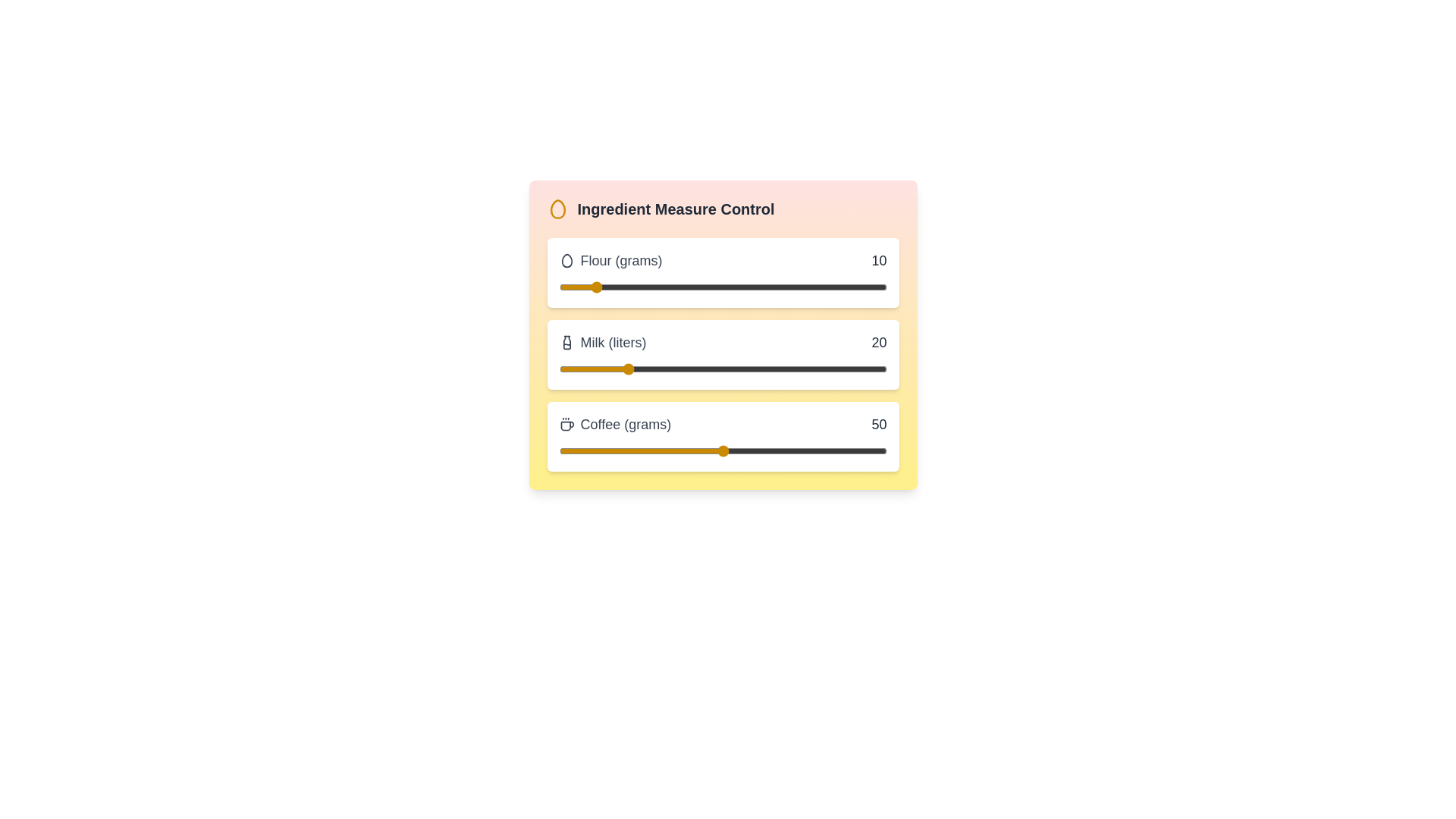  I want to click on the milk slider, so click(836, 369).